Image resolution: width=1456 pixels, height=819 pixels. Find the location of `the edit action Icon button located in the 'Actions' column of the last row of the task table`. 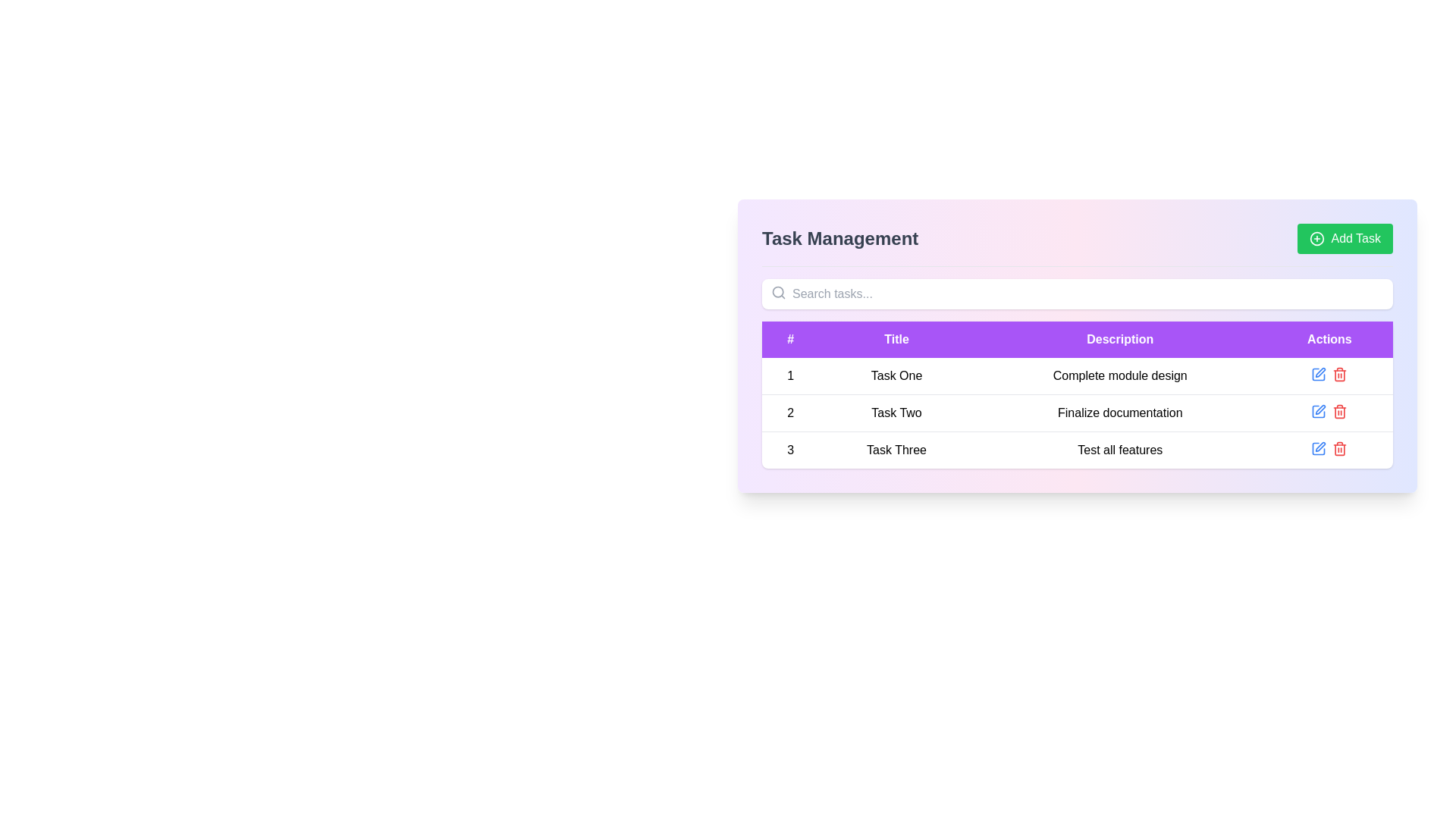

the edit action Icon button located in the 'Actions' column of the last row of the task table is located at coordinates (1318, 447).